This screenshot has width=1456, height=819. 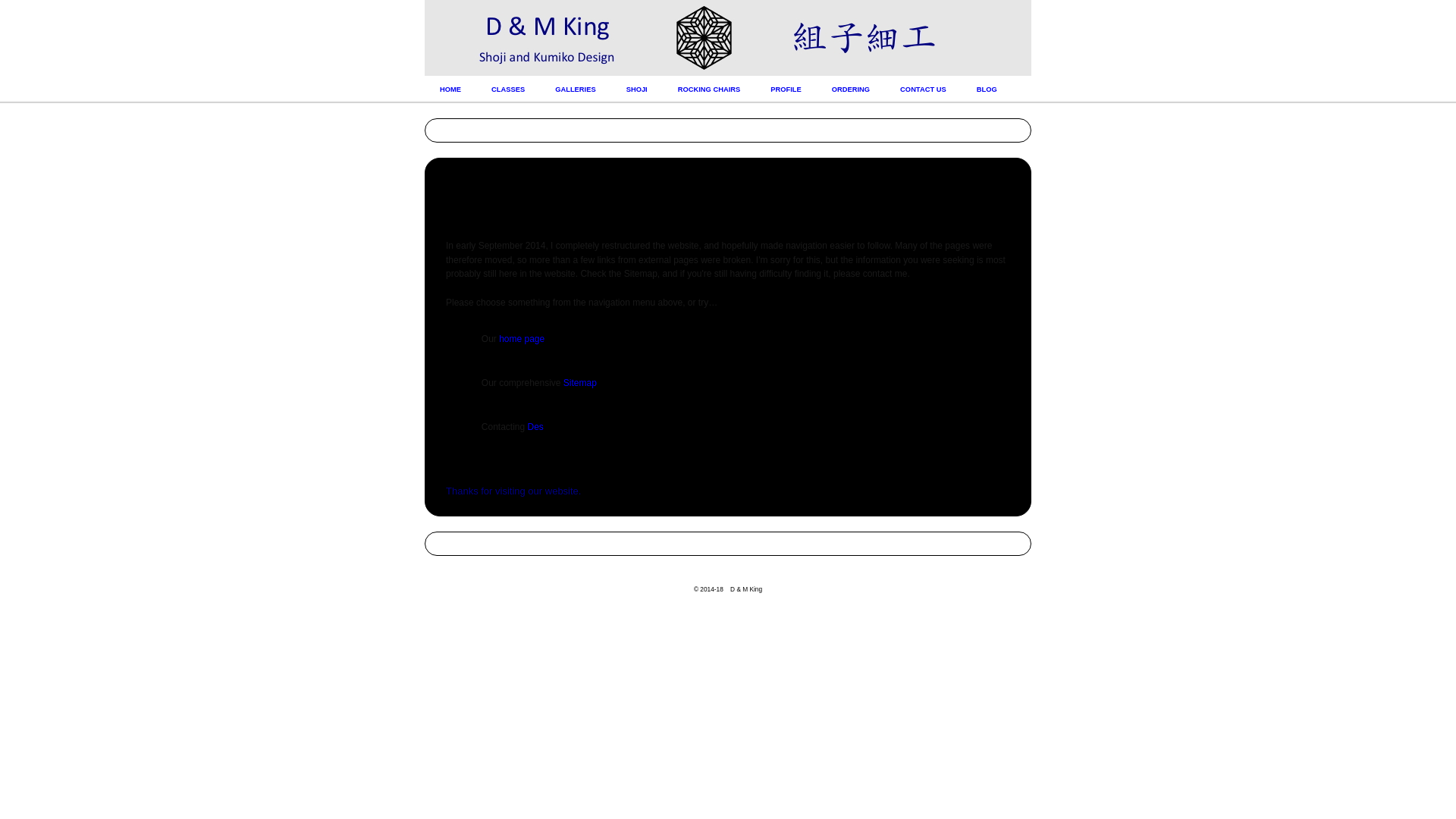 What do you see at coordinates (708, 89) in the screenshot?
I see `'ROCKING CHAIRS'` at bounding box center [708, 89].